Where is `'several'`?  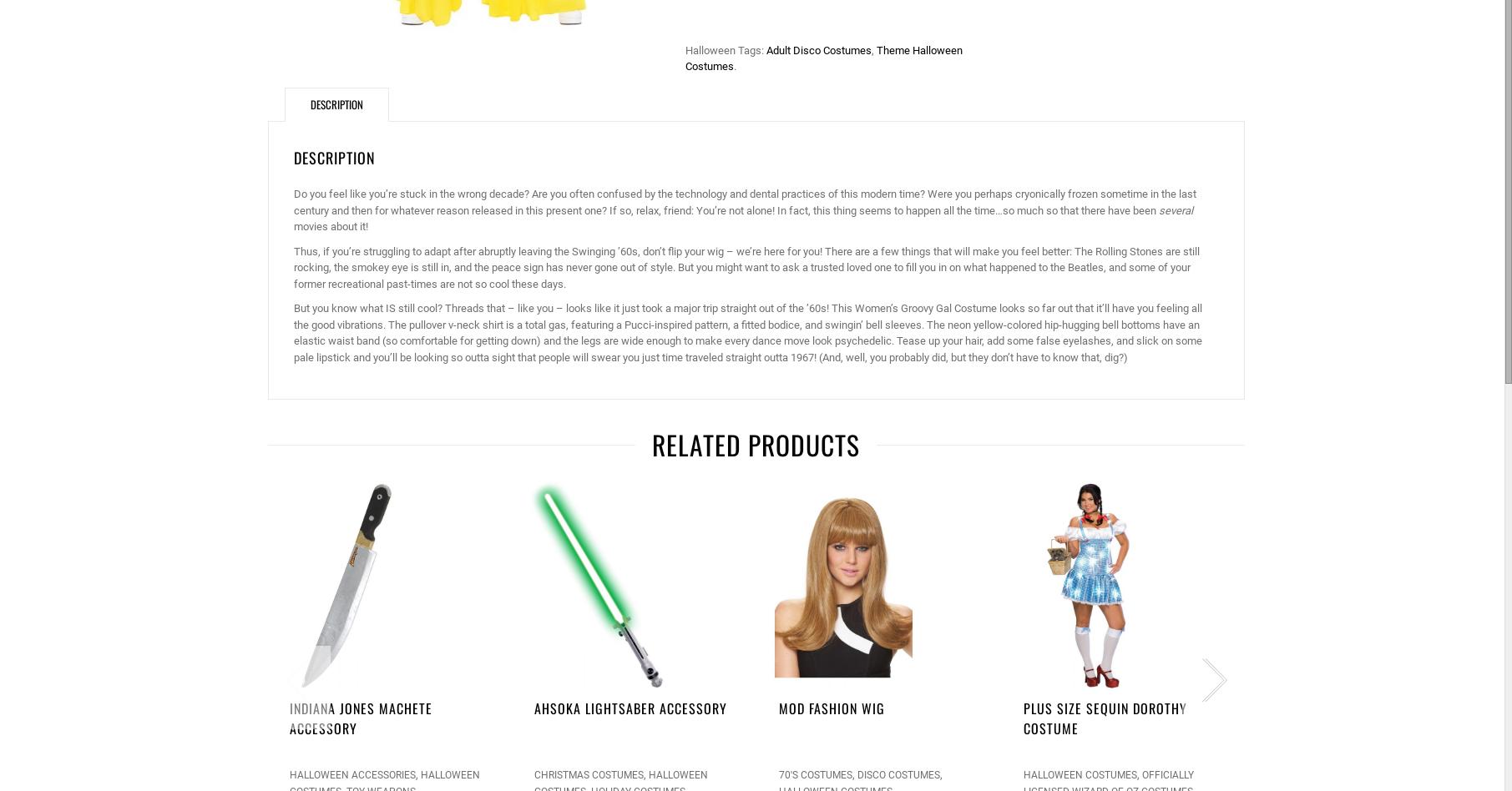
'several' is located at coordinates (1174, 209).